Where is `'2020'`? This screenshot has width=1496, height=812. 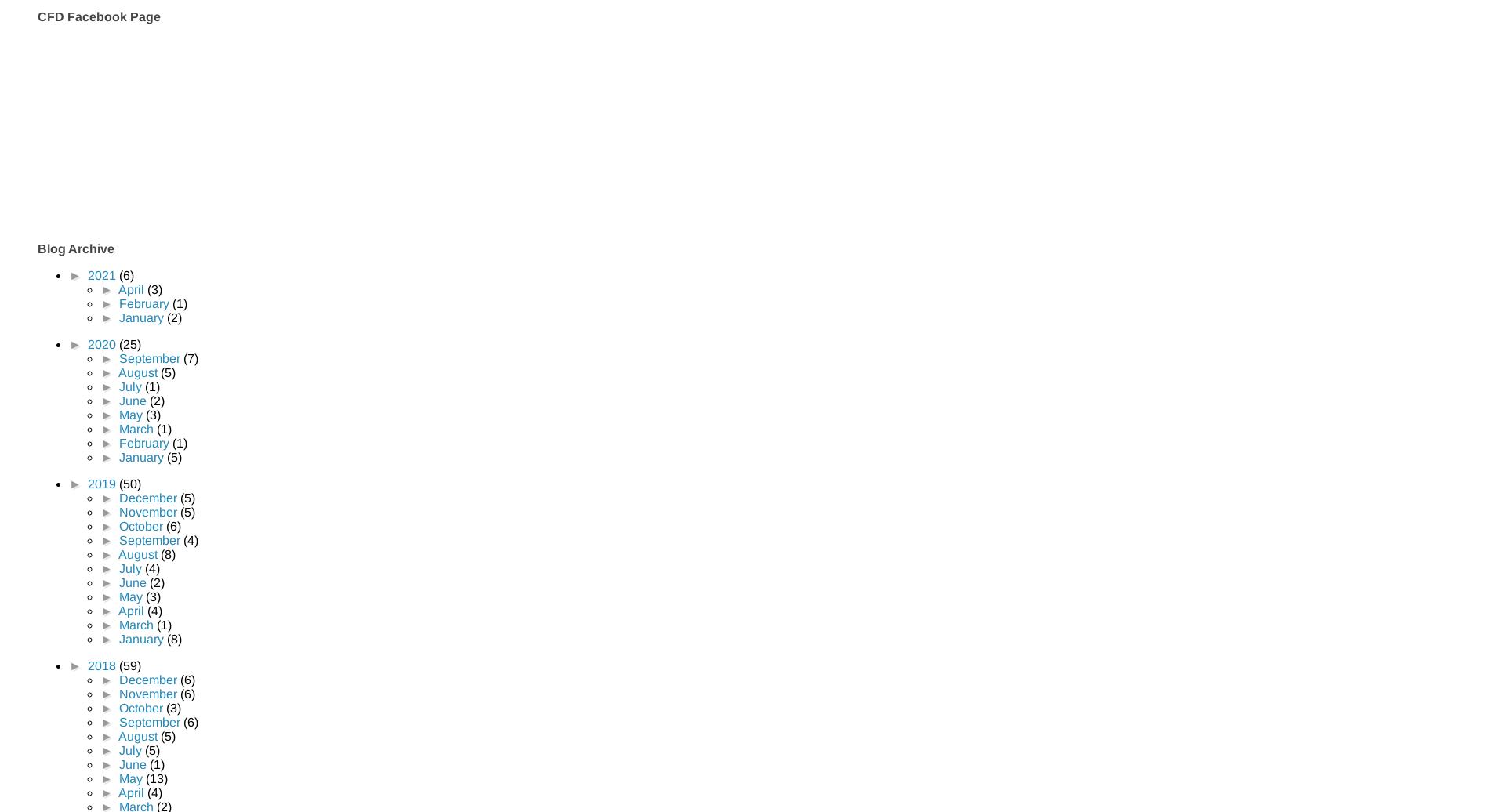 '2020' is located at coordinates (102, 343).